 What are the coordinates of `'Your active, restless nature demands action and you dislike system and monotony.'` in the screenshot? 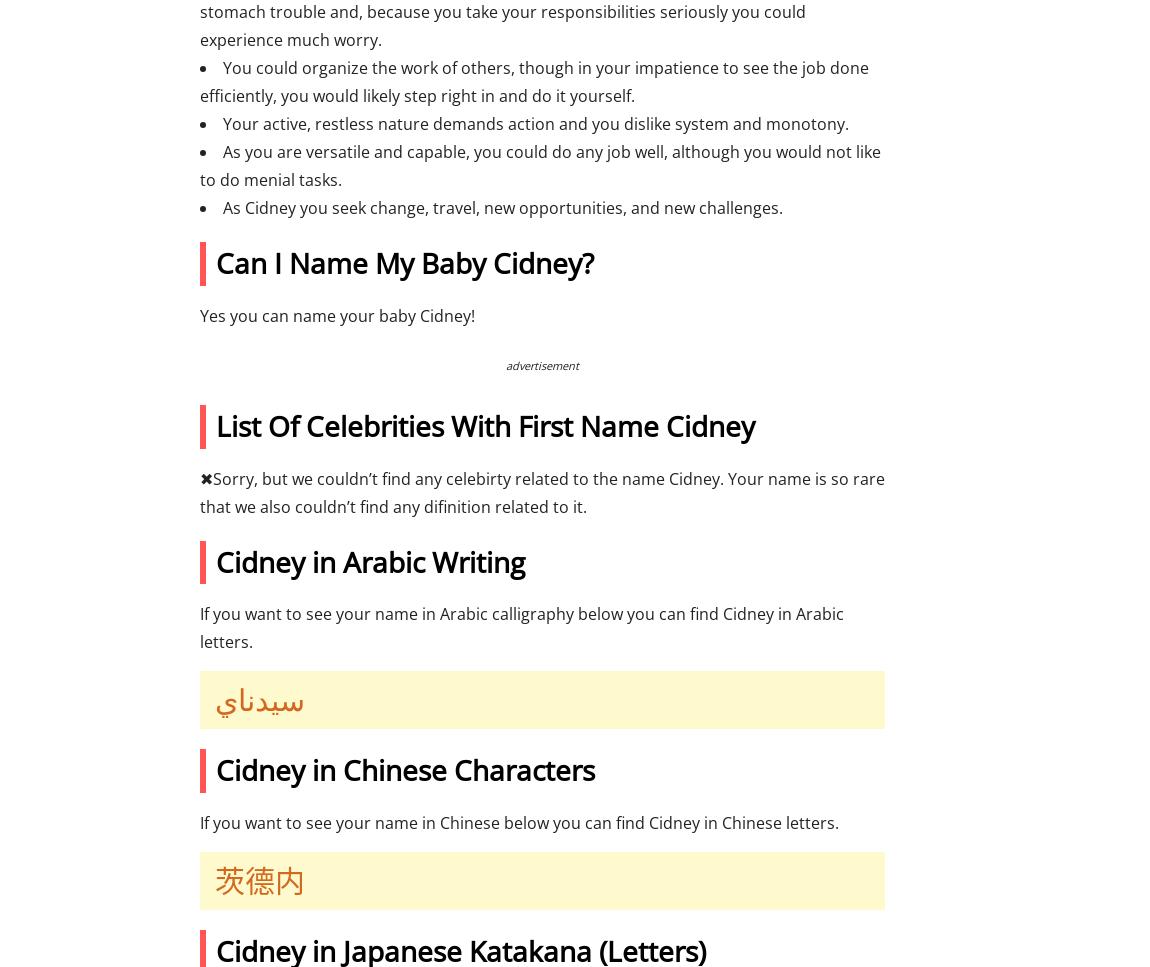 It's located at (536, 122).